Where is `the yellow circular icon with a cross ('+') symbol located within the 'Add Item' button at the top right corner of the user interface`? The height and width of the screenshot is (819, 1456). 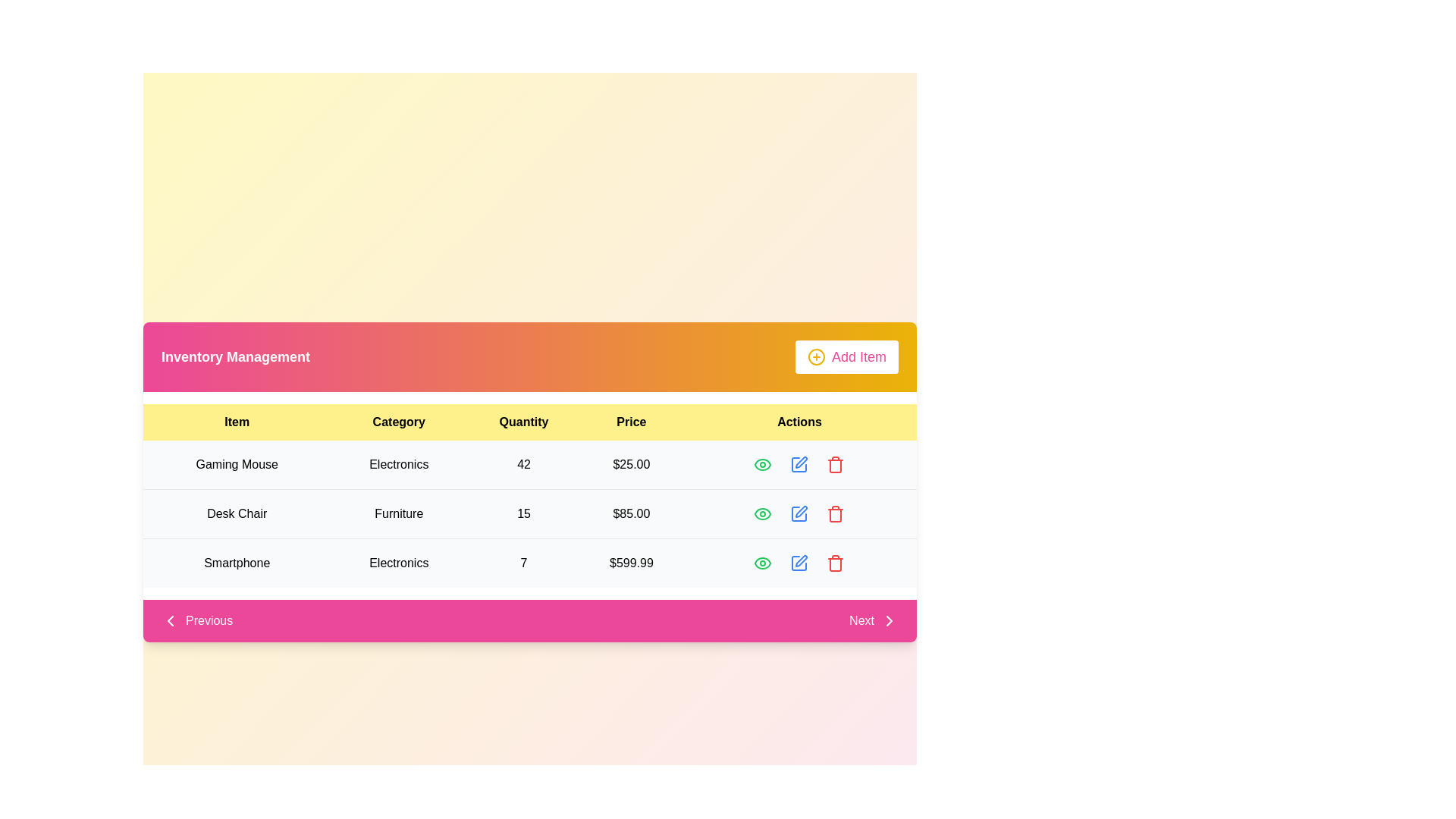 the yellow circular icon with a cross ('+') symbol located within the 'Add Item' button at the top right corner of the user interface is located at coordinates (815, 356).